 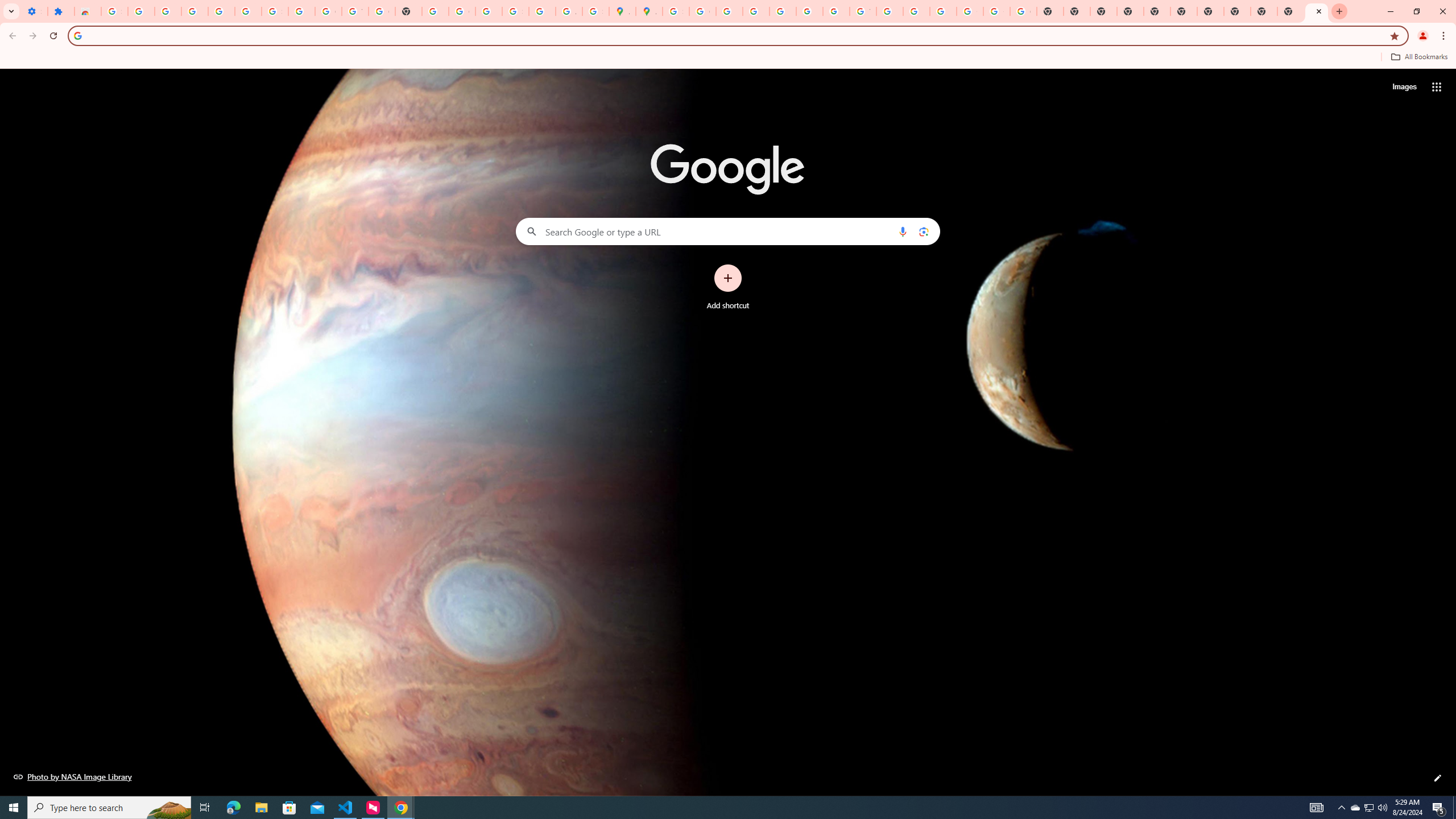 I want to click on 'Search icon', so click(x=77, y=35).